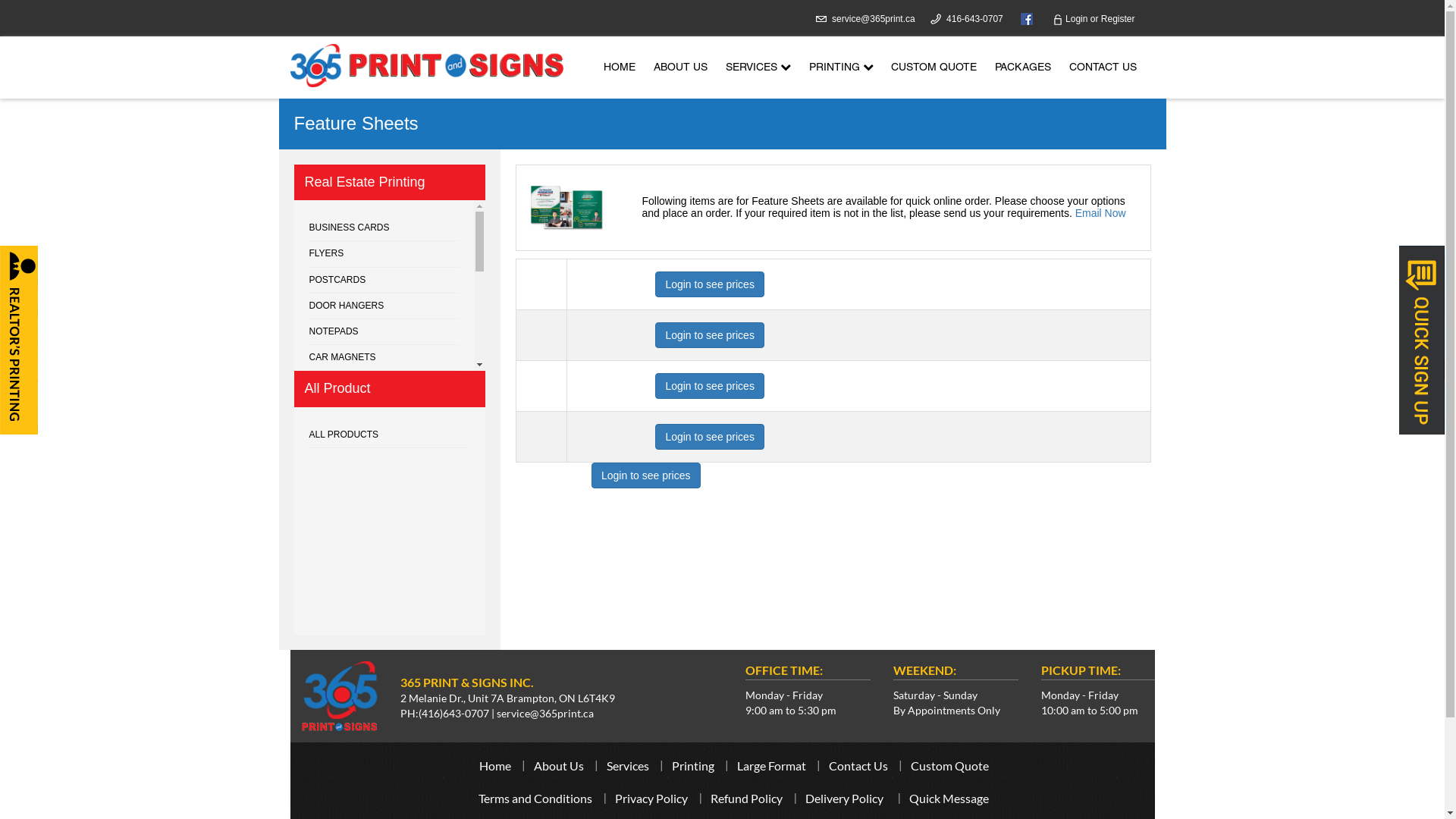  What do you see at coordinates (974, 18) in the screenshot?
I see `'416-643-0707'` at bounding box center [974, 18].